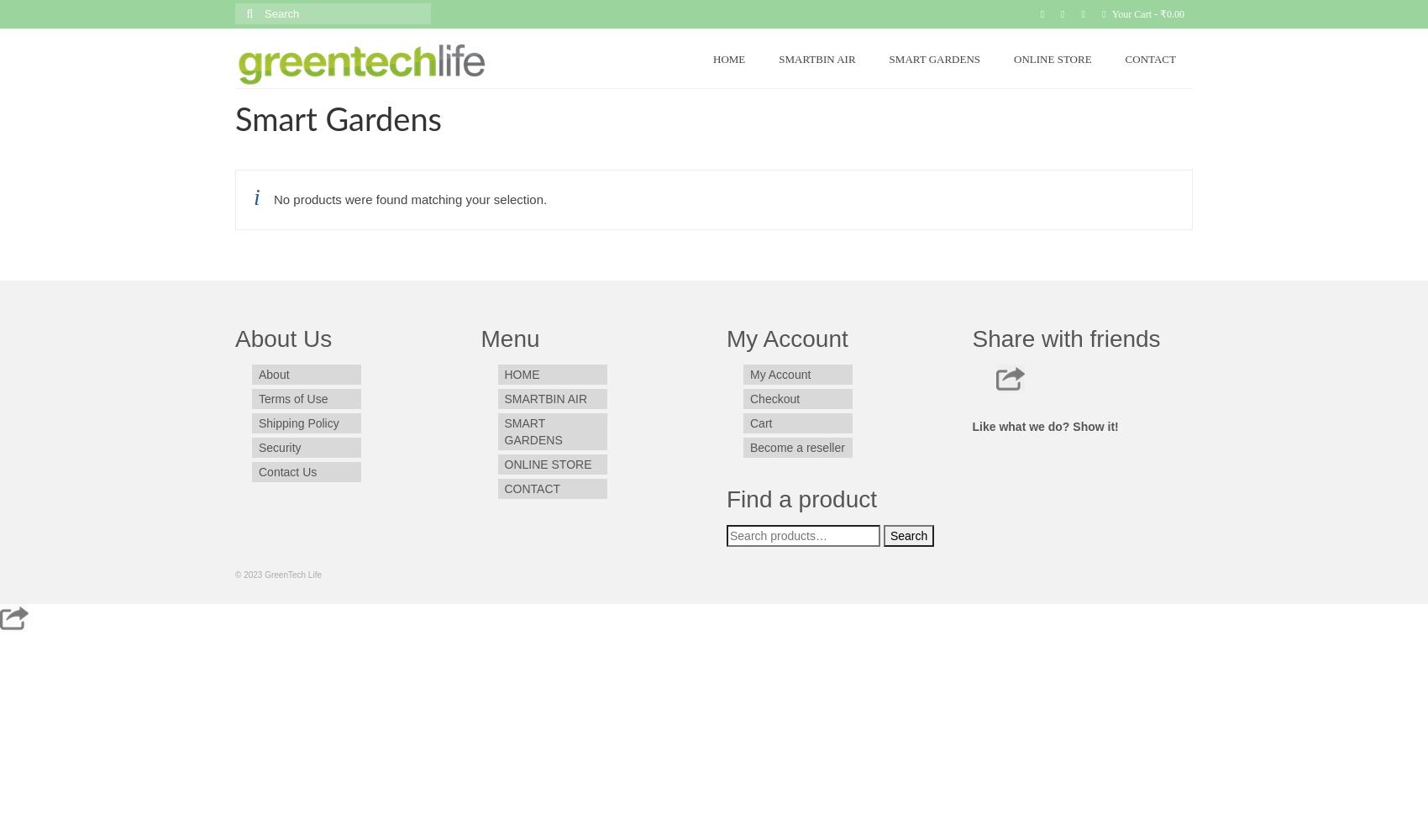 This screenshot has width=1428, height=840. I want to click on 'About Us', so click(282, 339).